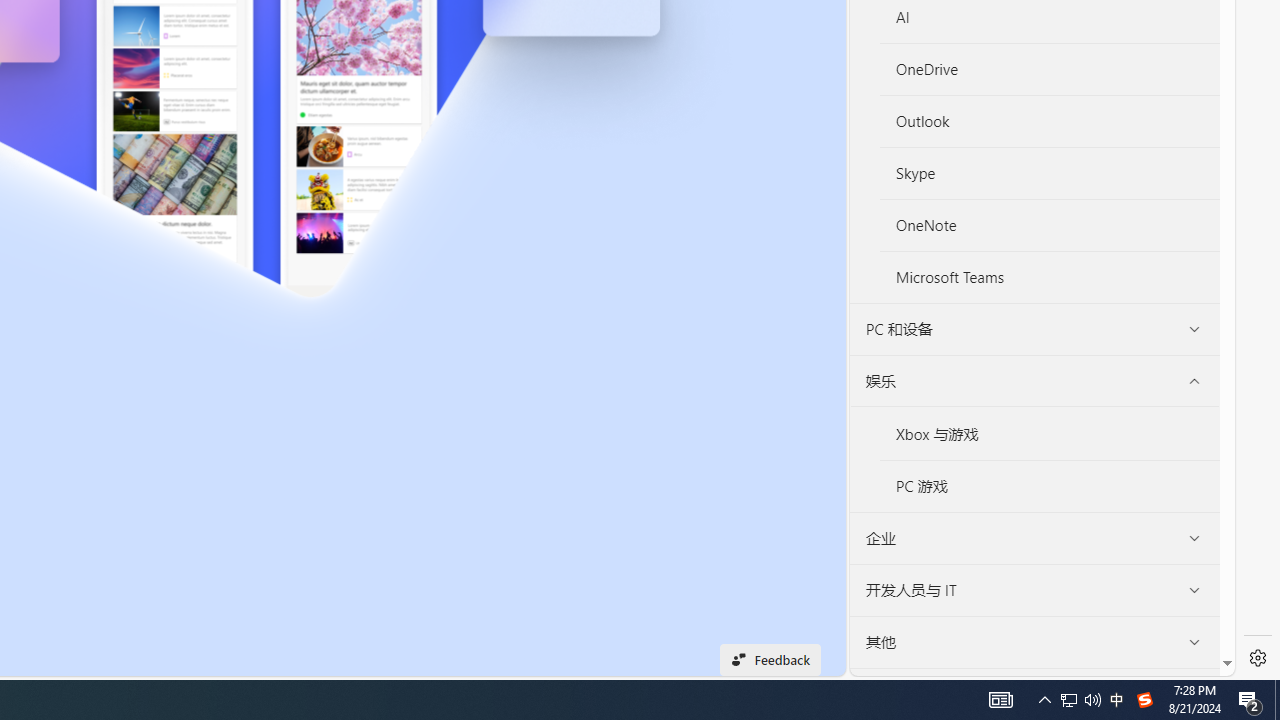  I want to click on 'Skype', so click(1048, 172).